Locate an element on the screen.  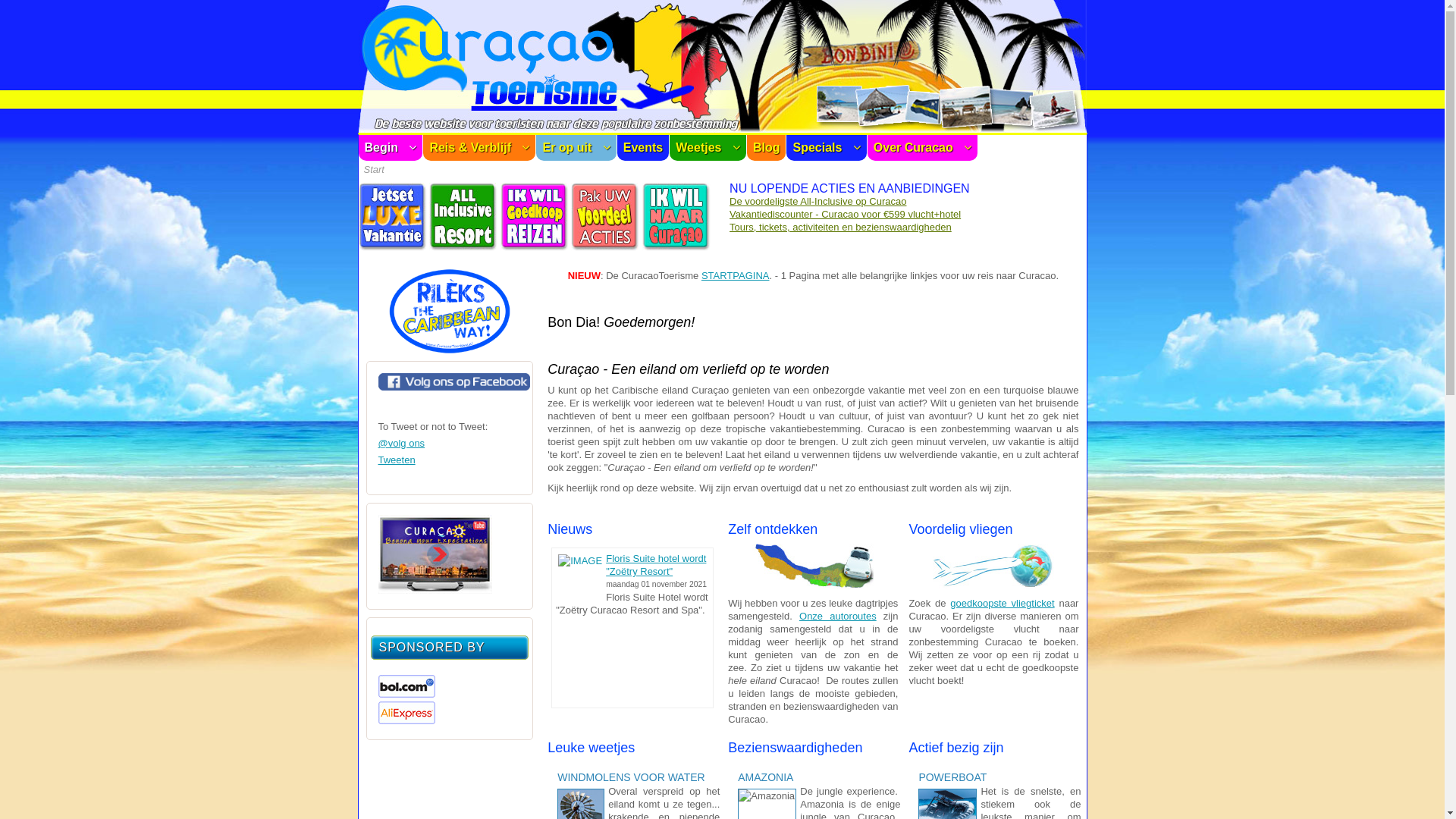
'Direct naar website AliExpress' is located at coordinates (406, 720).